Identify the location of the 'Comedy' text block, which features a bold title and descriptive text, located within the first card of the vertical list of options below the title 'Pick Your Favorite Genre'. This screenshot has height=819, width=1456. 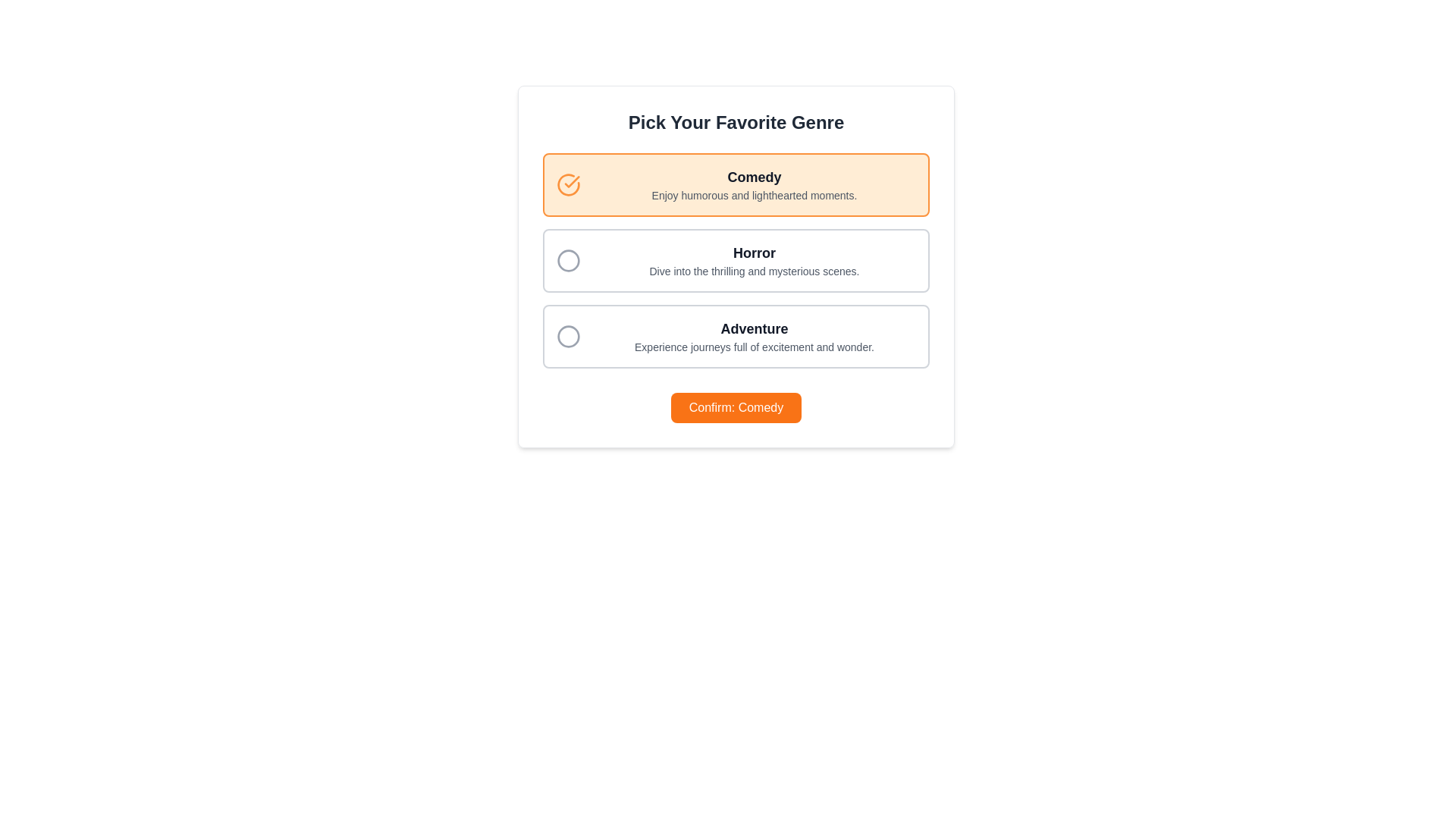
(754, 184).